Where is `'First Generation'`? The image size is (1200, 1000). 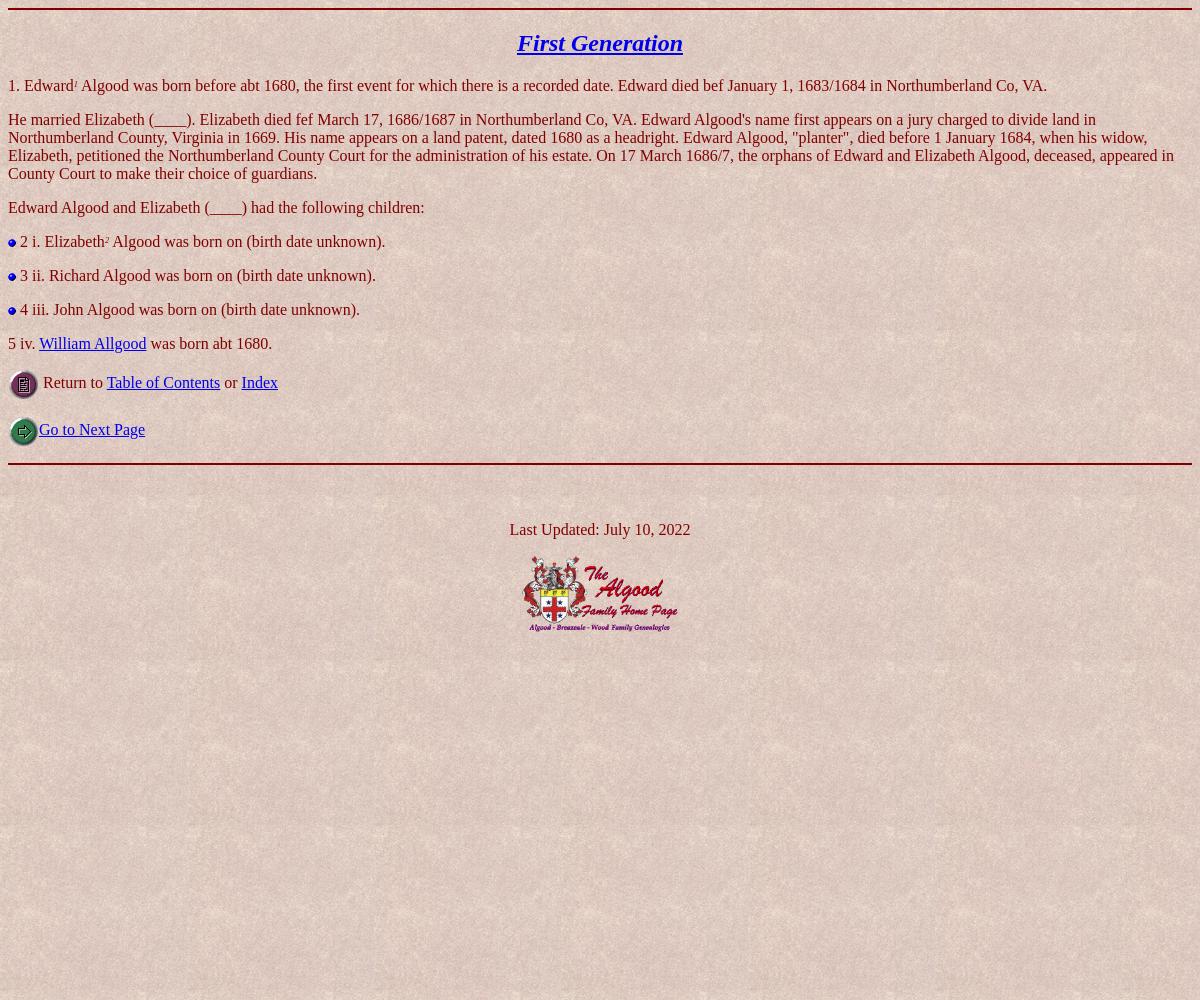 'First Generation' is located at coordinates (515, 42).